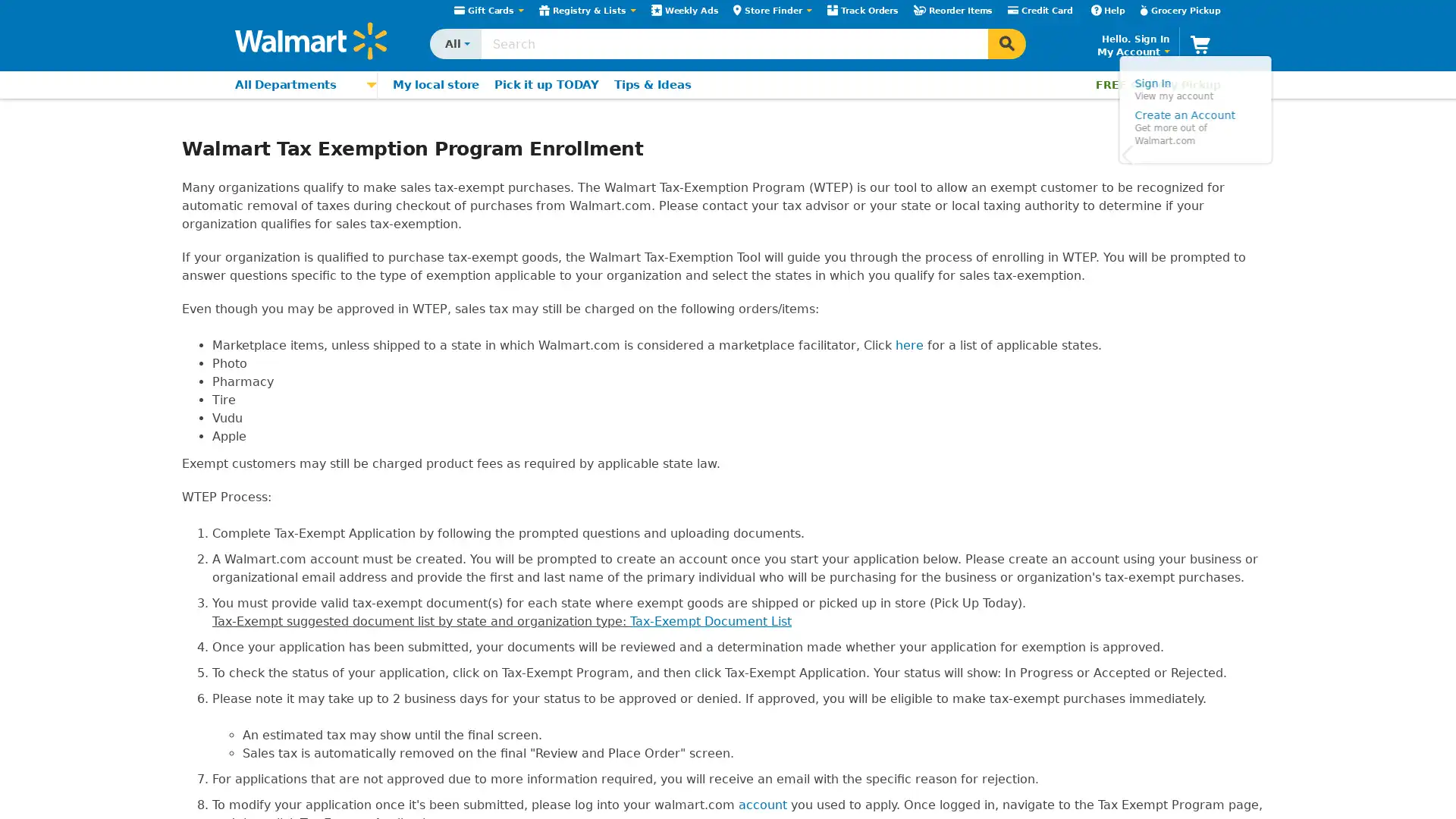  I want to click on Home Improvement, so click(294, 211).